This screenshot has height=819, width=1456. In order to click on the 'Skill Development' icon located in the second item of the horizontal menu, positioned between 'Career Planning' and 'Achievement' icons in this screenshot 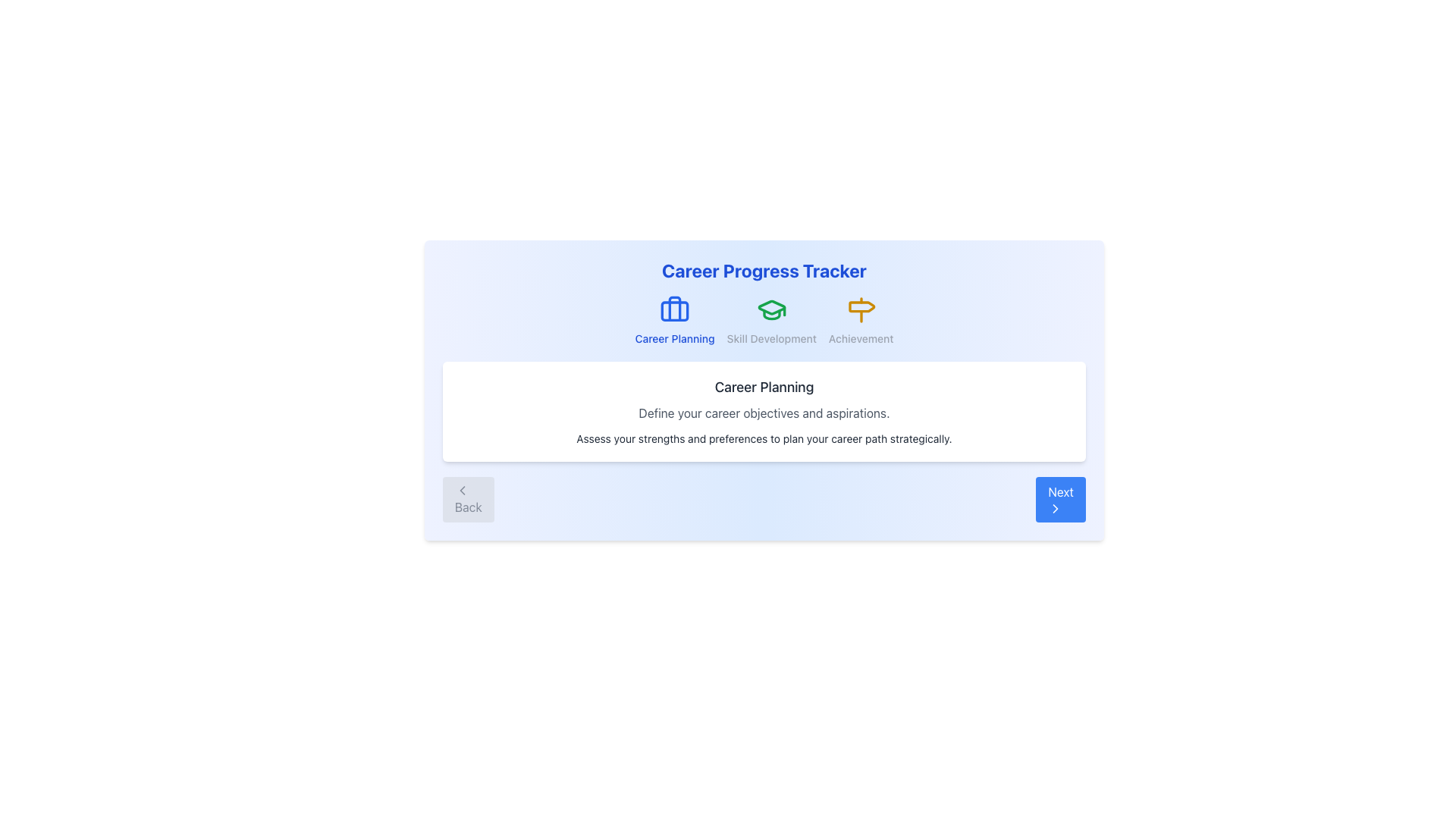, I will do `click(771, 309)`.